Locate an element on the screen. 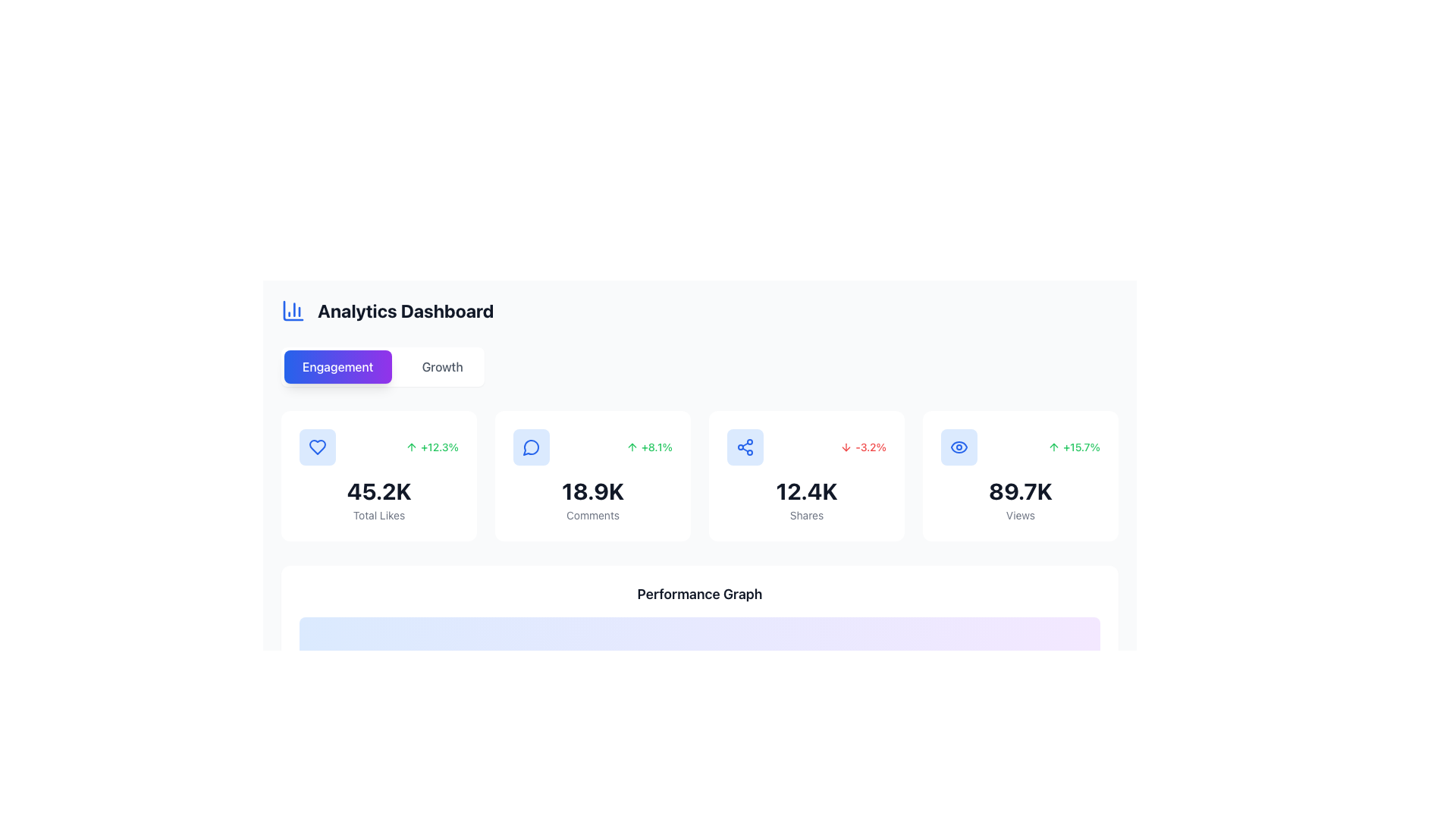  the circular icon resembling a speech bubble located at the top left corner of the card labeled '18.9K Comments' under the 'Engagement' tab is located at coordinates (531, 447).